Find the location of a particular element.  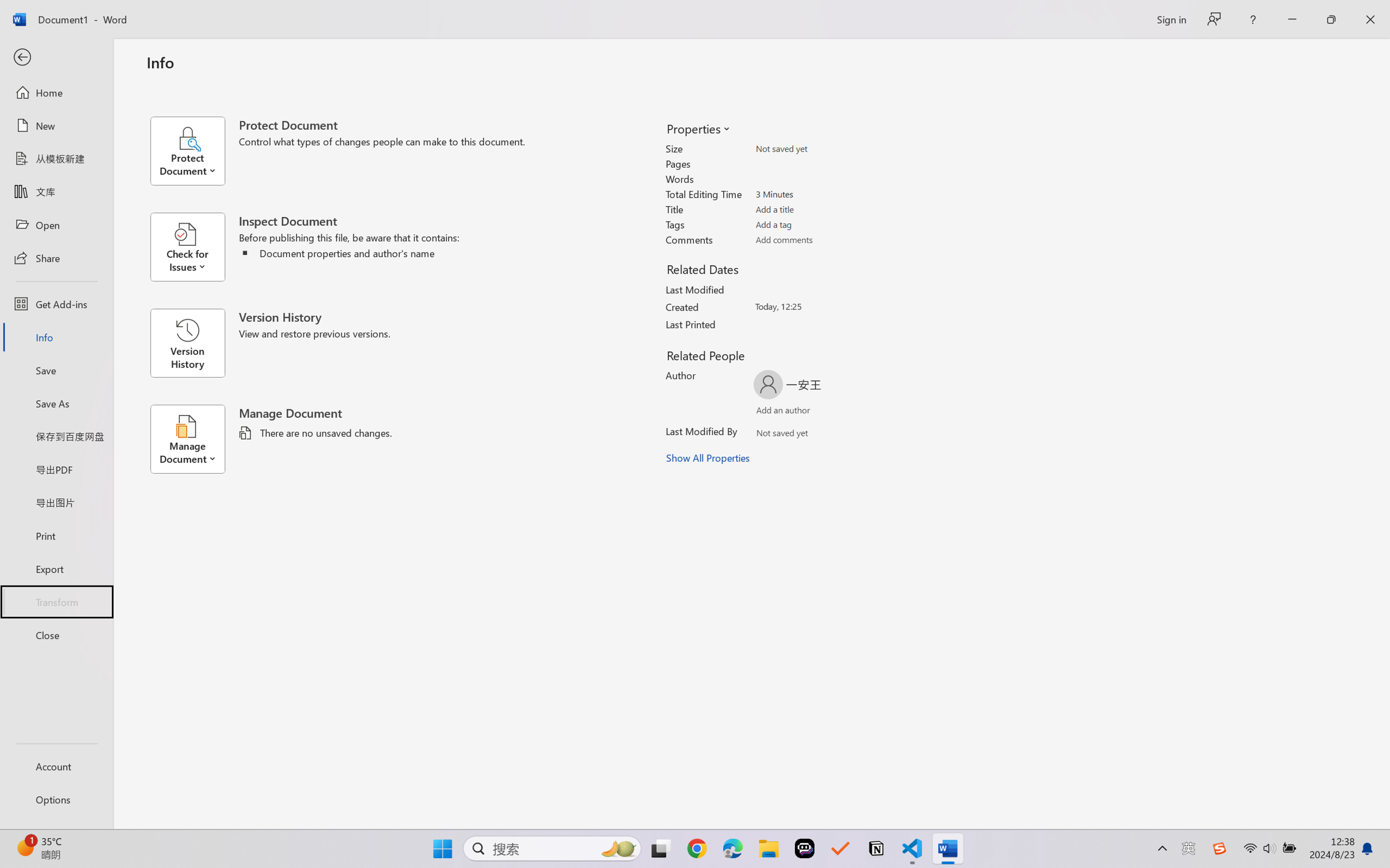

'Properties' is located at coordinates (697, 128).